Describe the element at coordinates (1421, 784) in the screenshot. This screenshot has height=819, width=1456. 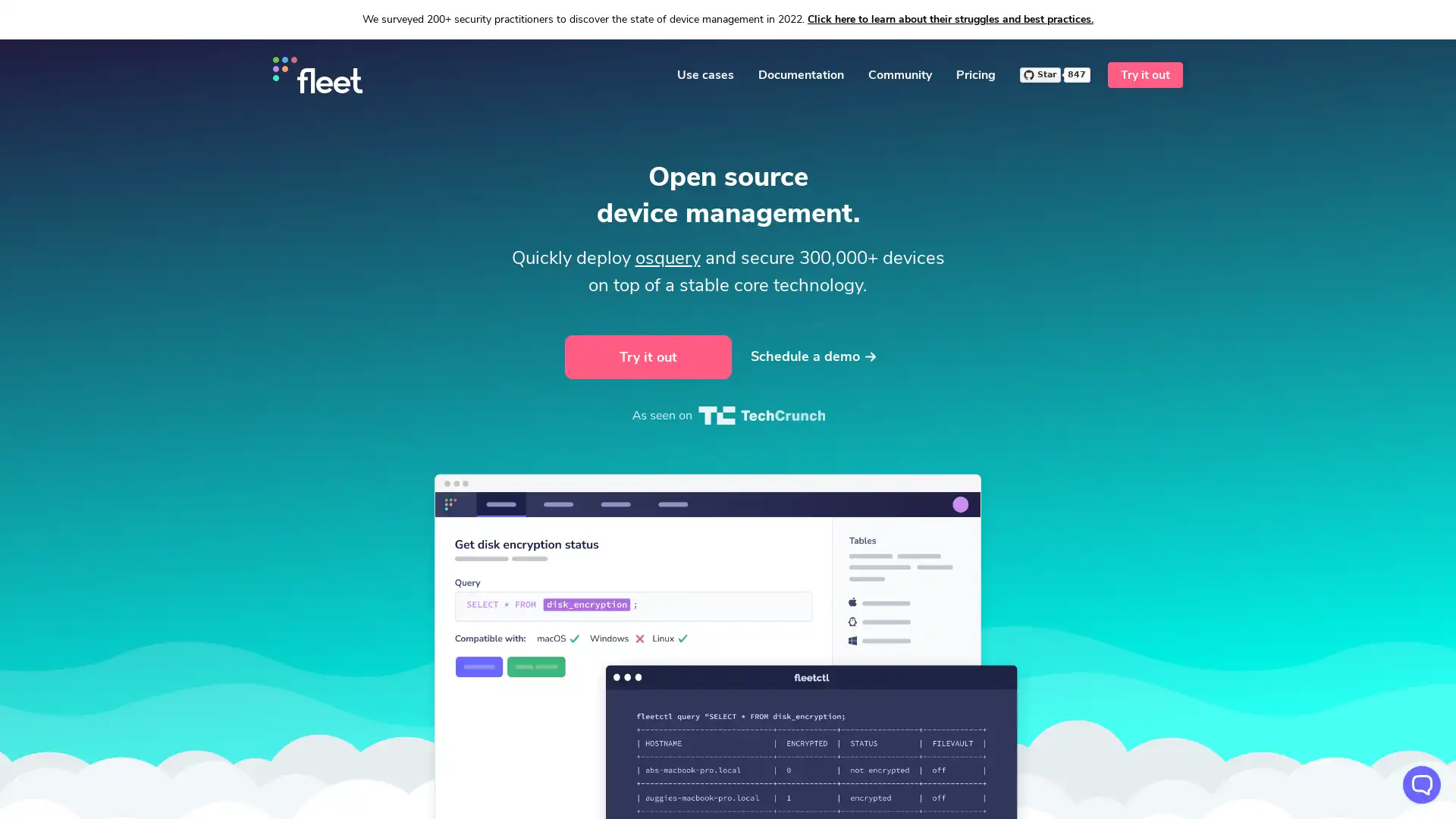
I see `Open chat widget` at that location.